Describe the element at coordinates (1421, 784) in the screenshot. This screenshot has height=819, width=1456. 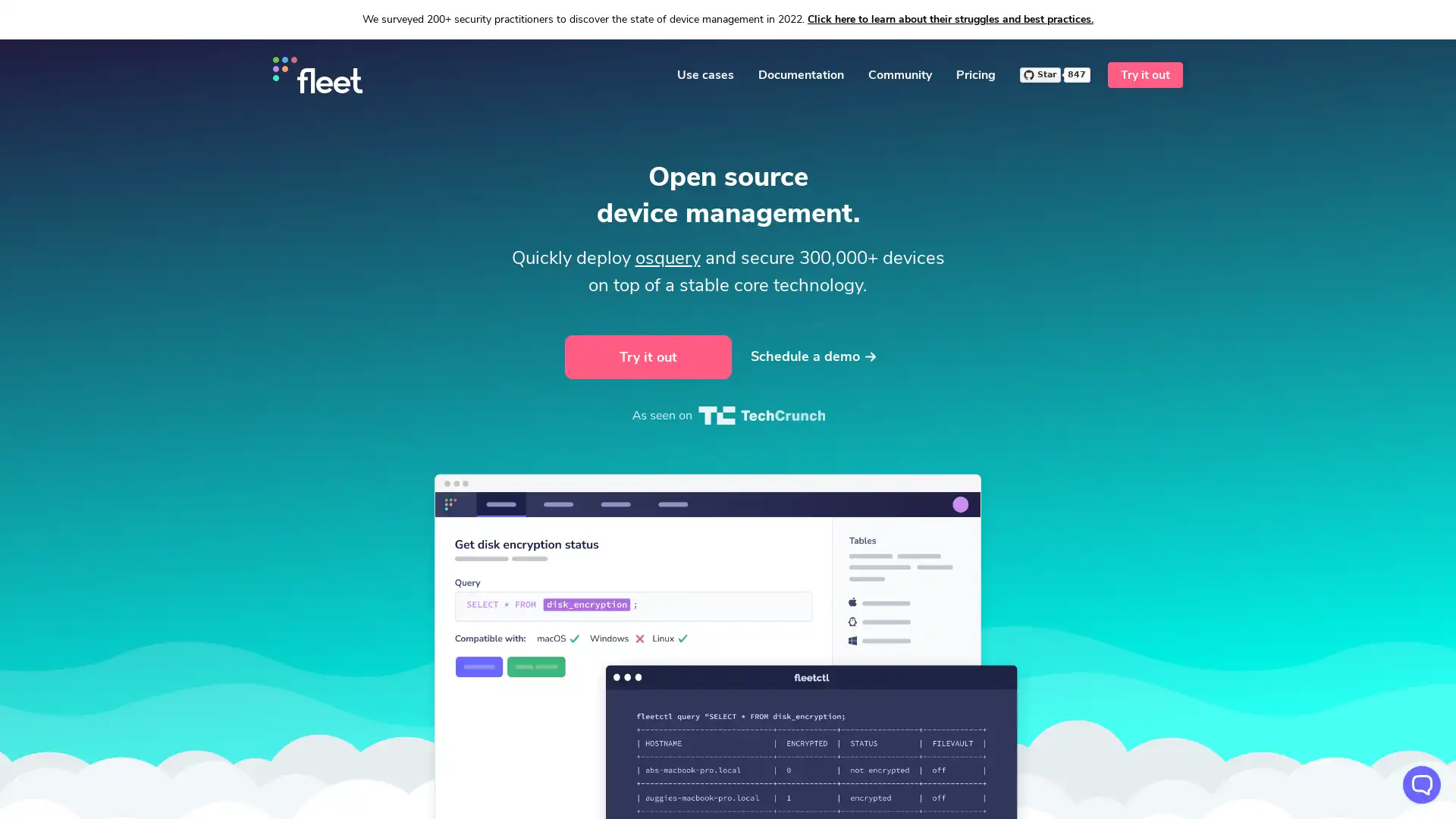
I see `Open chat widget` at that location.